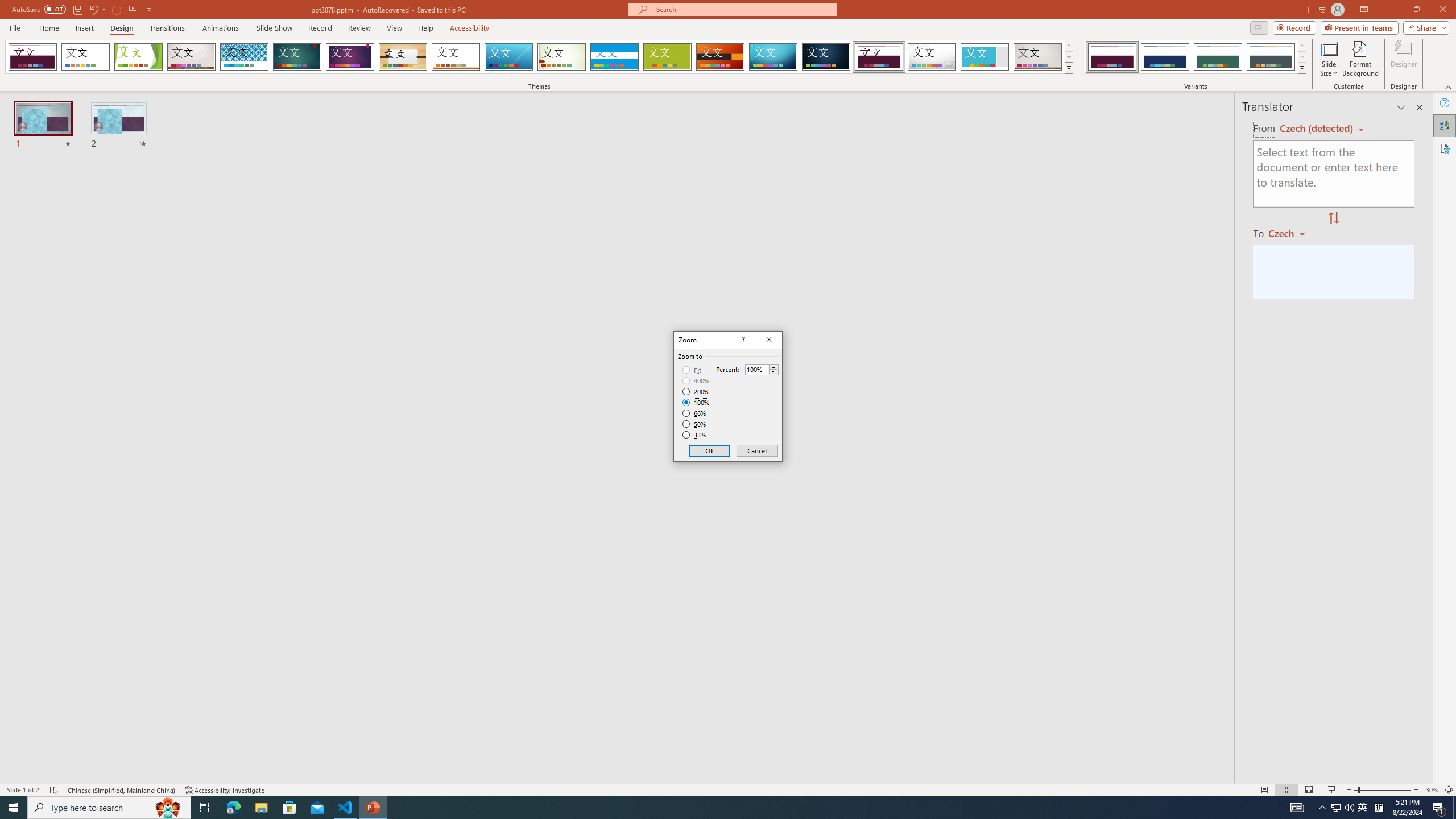 The width and height of the screenshot is (1456, 819). What do you see at coordinates (772, 56) in the screenshot?
I see `'Circuit'` at bounding box center [772, 56].